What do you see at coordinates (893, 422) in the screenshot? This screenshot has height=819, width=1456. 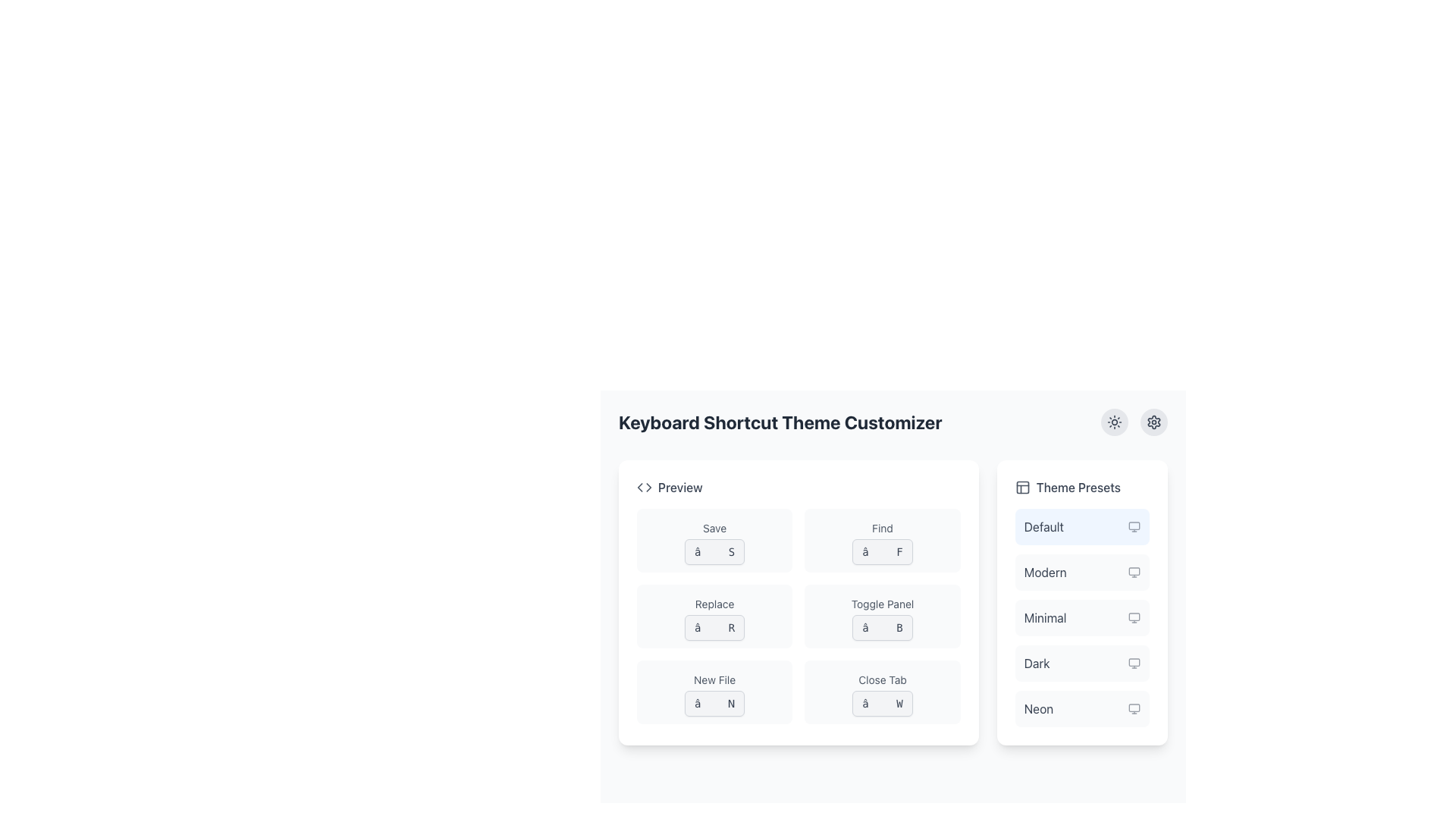 I see `text content of the header labeled 'Keyboard Shortcut Theme Customizer', which is styled in a large bold font and positioned at the top of the interface` at bounding box center [893, 422].